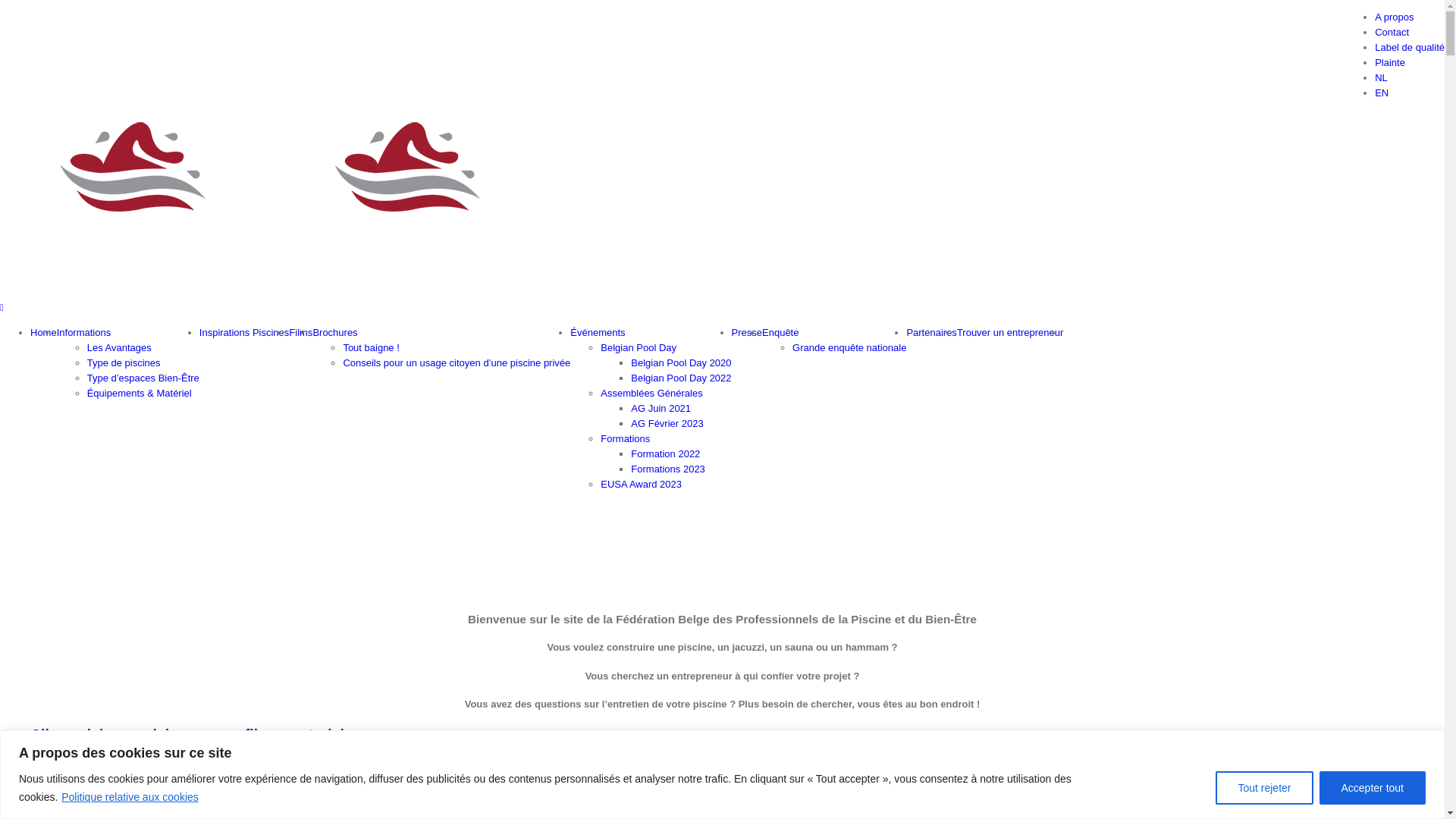 Image resolution: width=1456 pixels, height=819 pixels. Describe the element at coordinates (1390, 61) in the screenshot. I see `'Plainte'` at that location.